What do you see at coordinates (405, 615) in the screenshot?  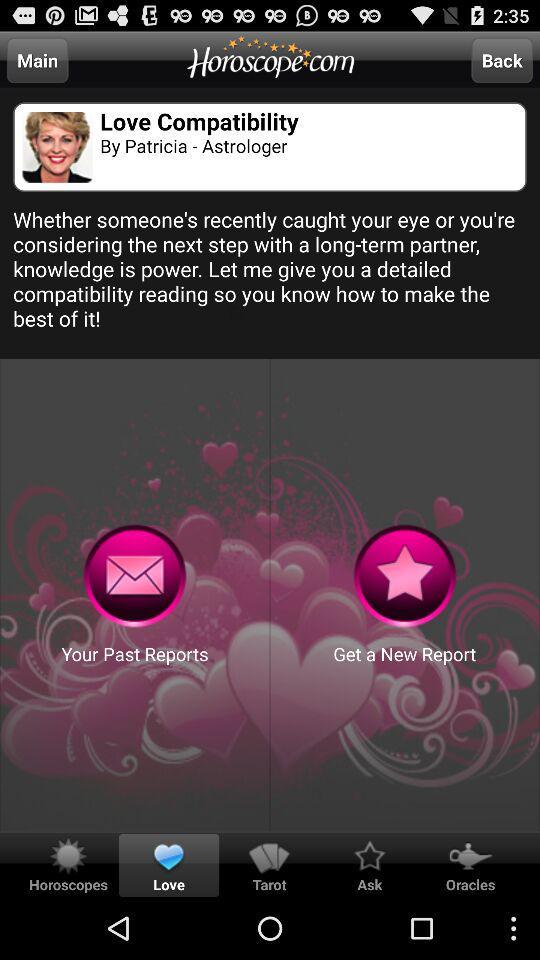 I see `the star icon` at bounding box center [405, 615].